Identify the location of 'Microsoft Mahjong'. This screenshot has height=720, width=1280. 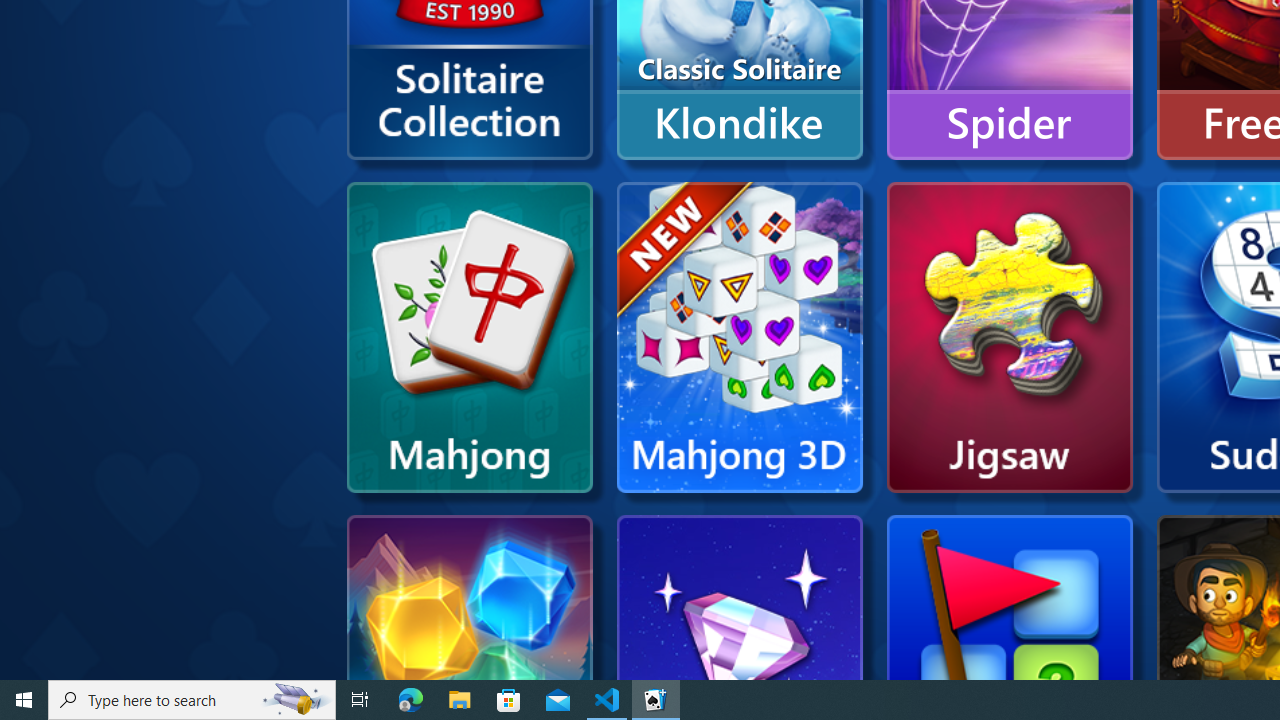
(468, 336).